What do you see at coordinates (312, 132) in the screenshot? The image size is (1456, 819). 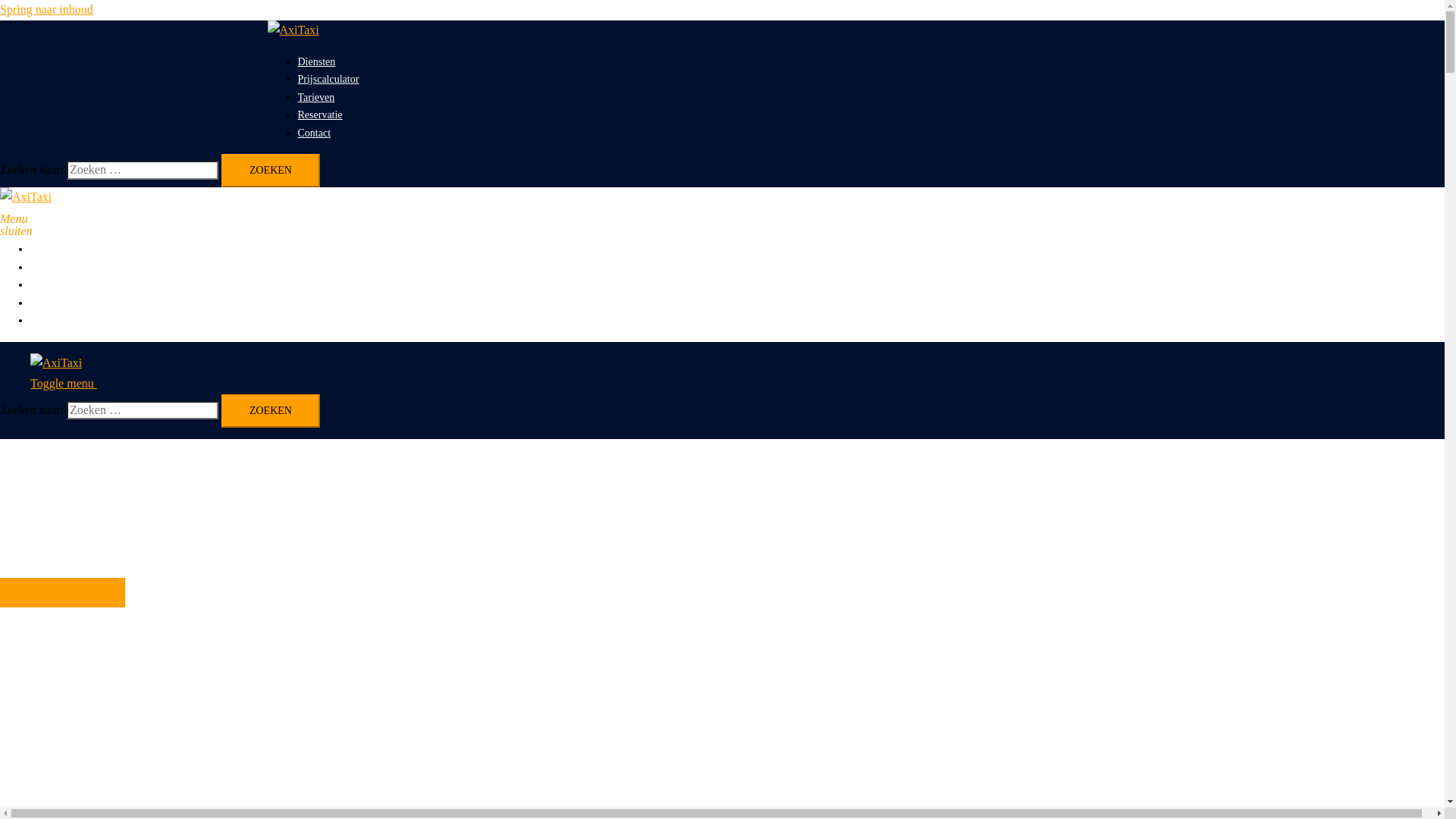 I see `'Contact'` at bounding box center [312, 132].